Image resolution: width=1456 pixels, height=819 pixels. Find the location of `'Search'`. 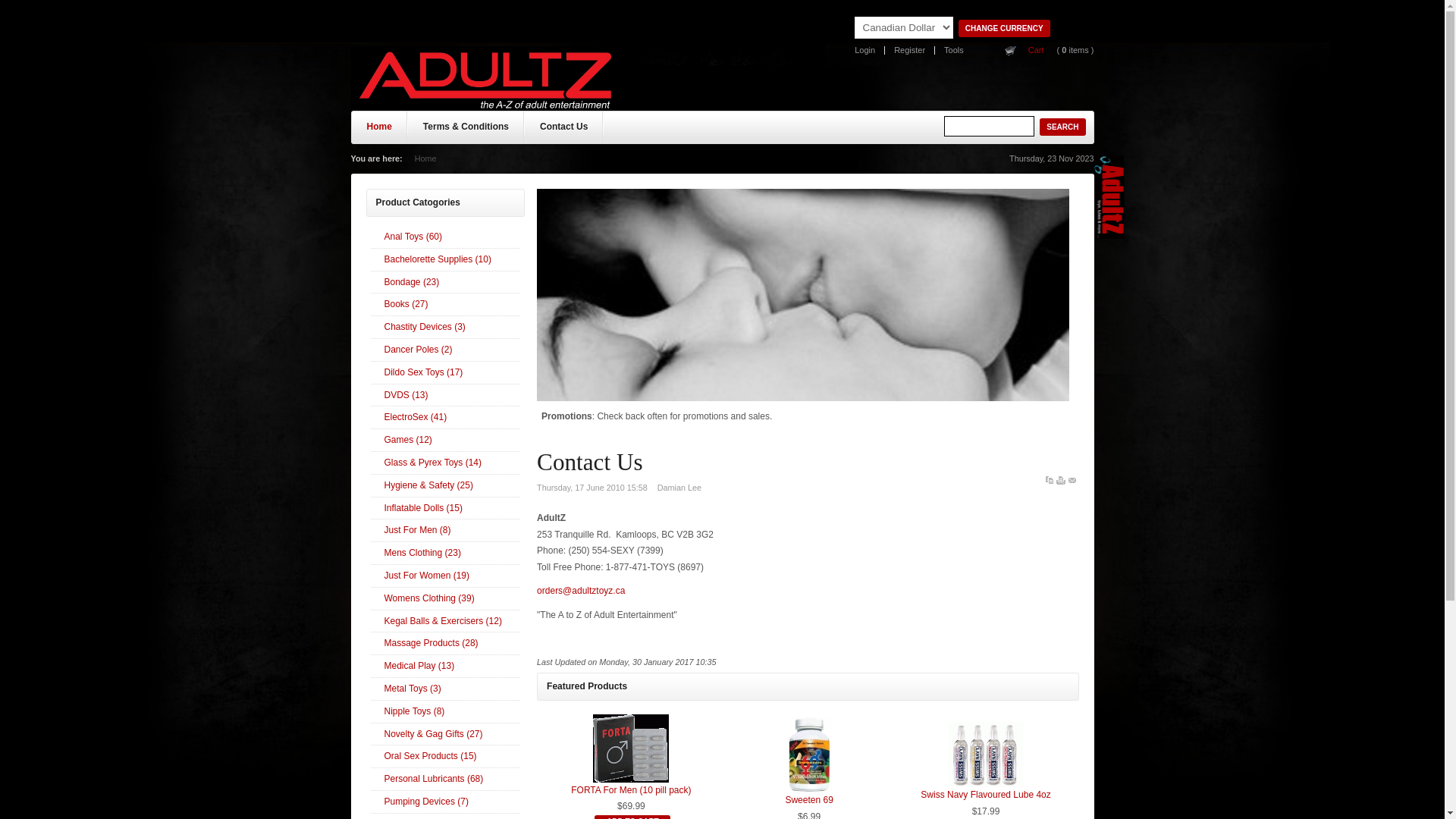

'Search' is located at coordinates (989, 125).